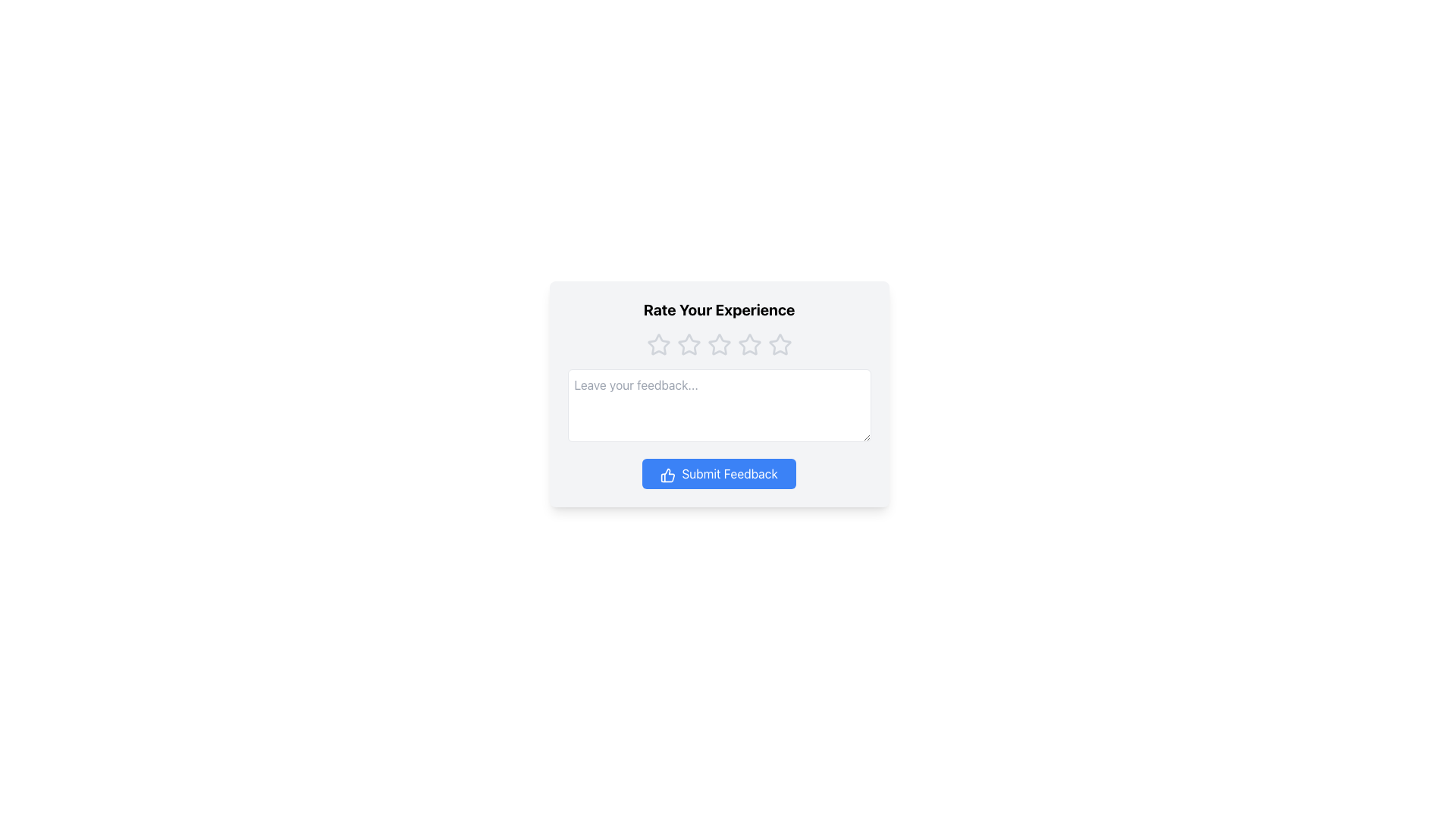 The height and width of the screenshot is (819, 1456). Describe the element at coordinates (718, 472) in the screenshot. I see `the 'Submit Feedback' button with a blue background and white text` at that location.